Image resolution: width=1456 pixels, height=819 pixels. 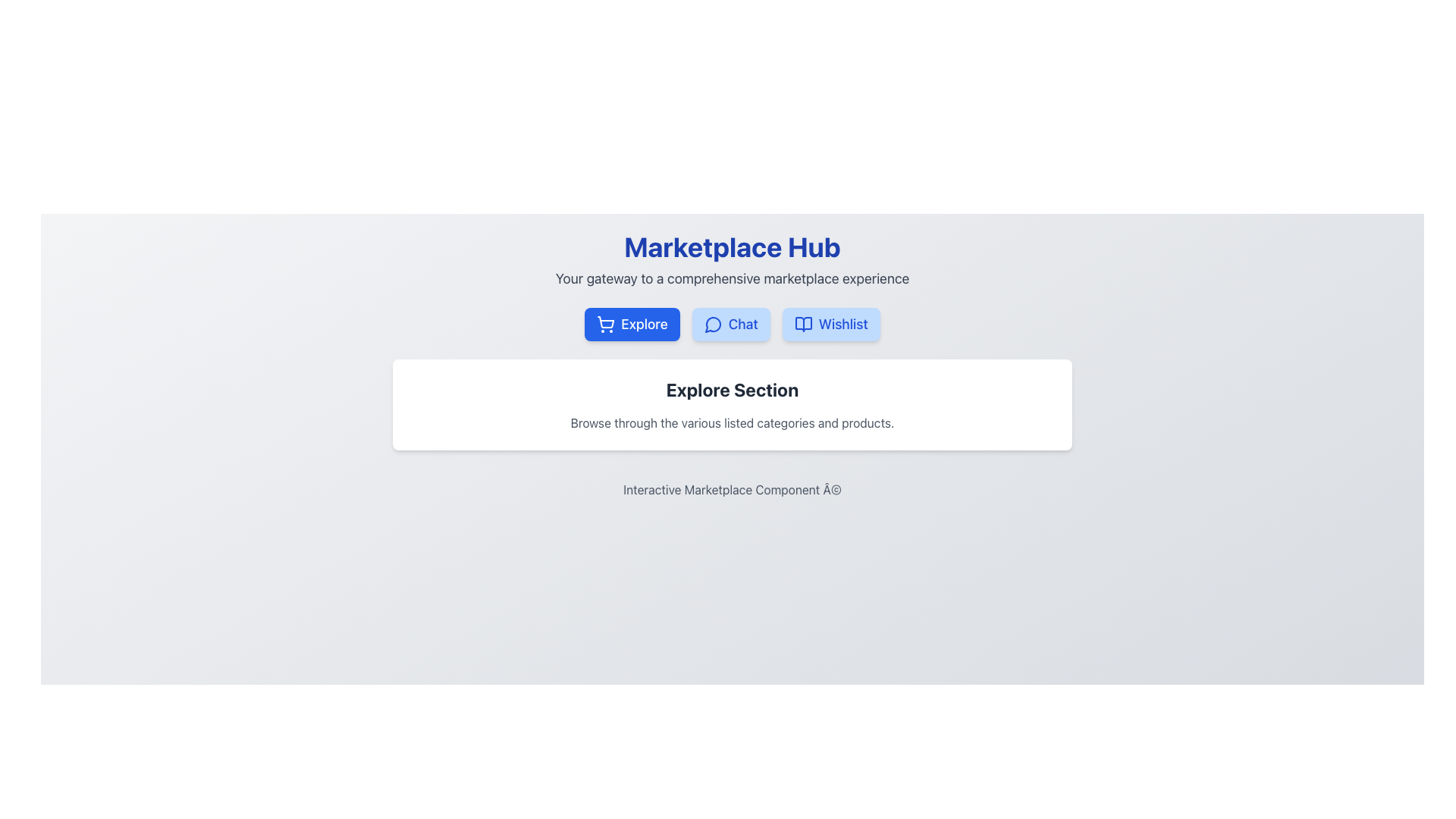 What do you see at coordinates (605, 324) in the screenshot?
I see `the shopping cart icon embedded in the blue 'Explore' button, which is the leftmost button in the row below the 'Marketplace Hub' title` at bounding box center [605, 324].